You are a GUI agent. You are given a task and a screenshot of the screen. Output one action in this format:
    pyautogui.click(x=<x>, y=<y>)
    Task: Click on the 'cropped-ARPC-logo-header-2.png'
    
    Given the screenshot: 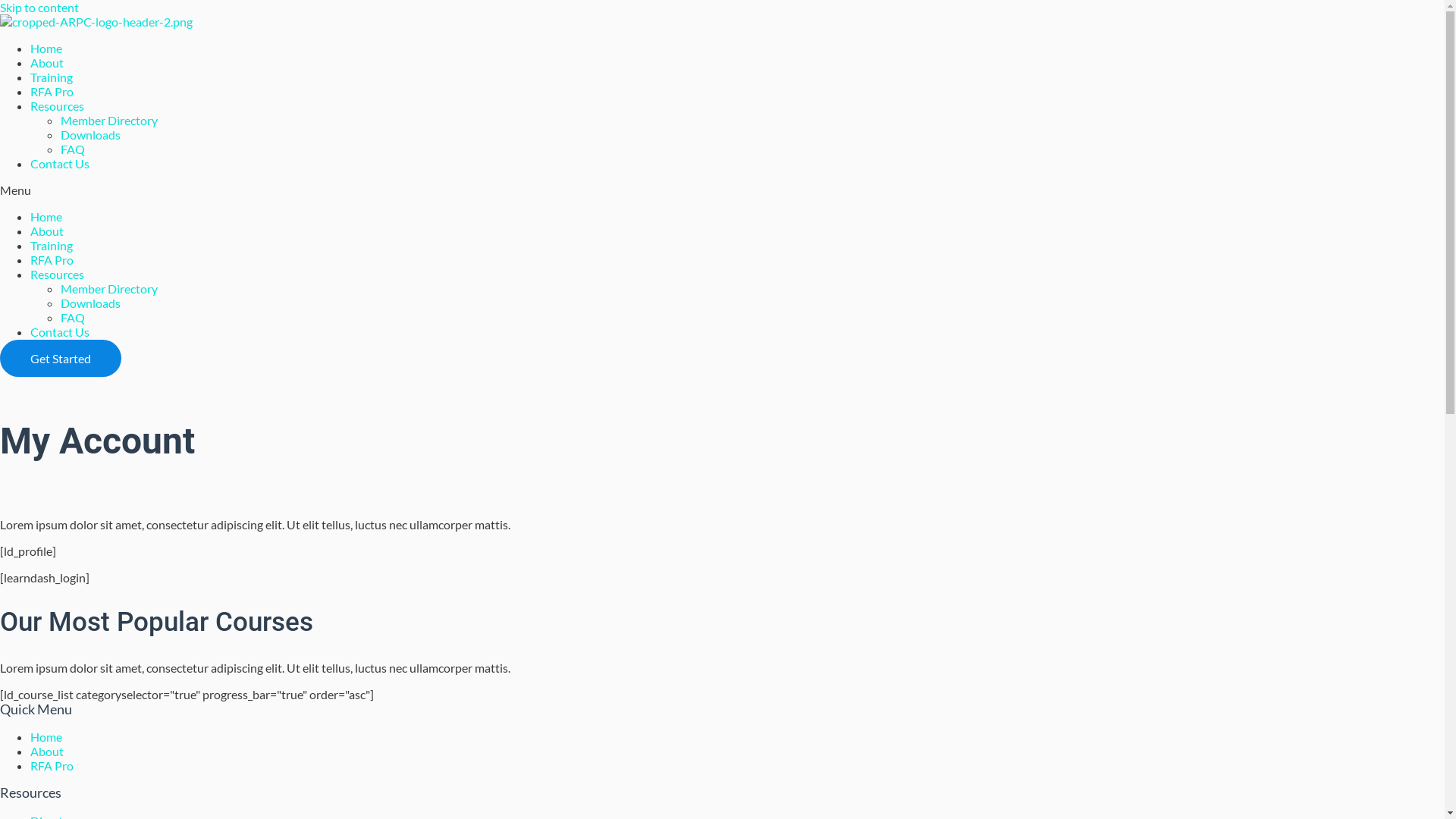 What is the action you would take?
    pyautogui.click(x=95, y=21)
    